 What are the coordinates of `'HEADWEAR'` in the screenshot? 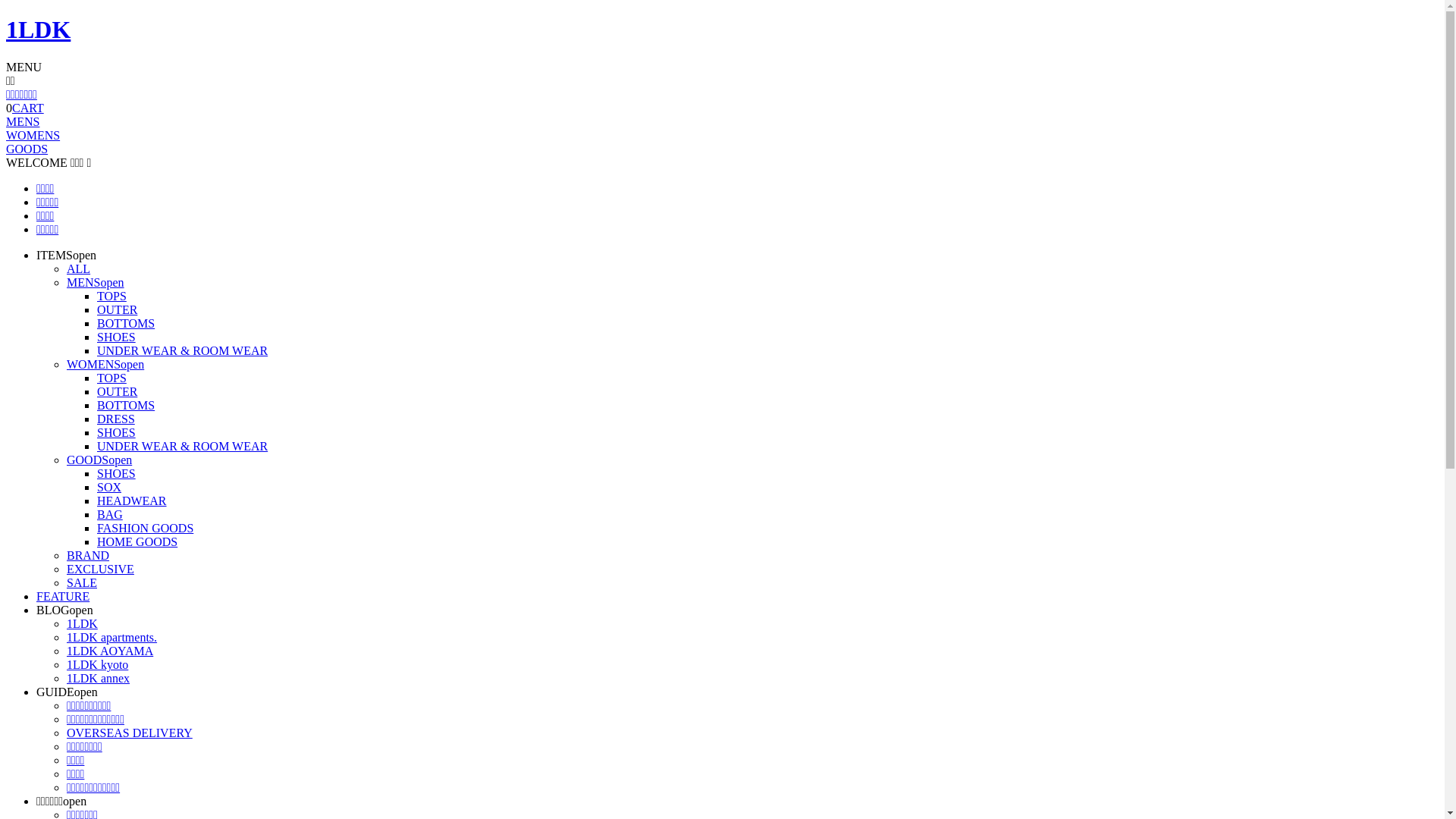 It's located at (131, 500).